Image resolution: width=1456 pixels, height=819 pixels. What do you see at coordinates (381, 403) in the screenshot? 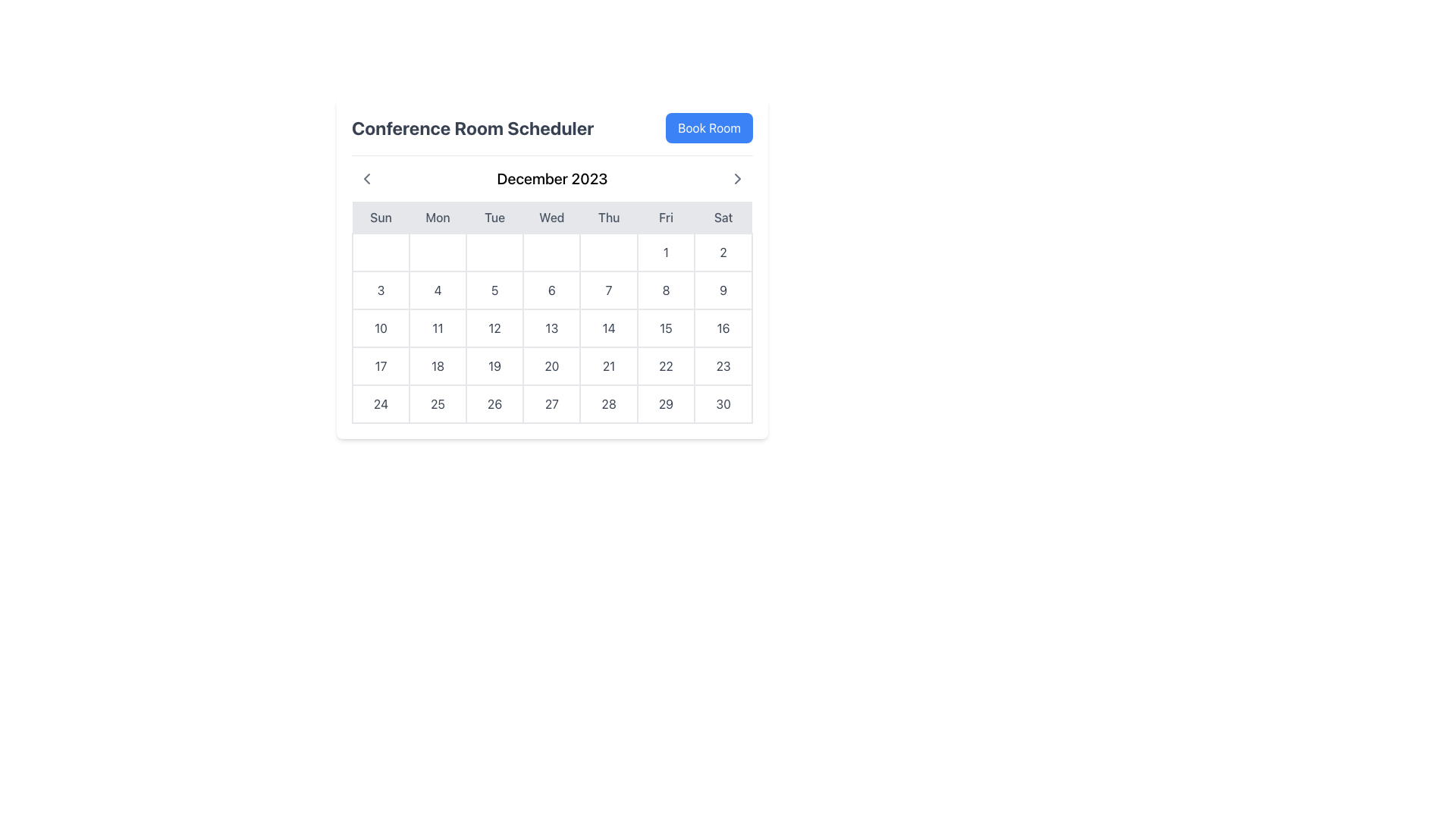
I see `the Calendar date box representing the date '24' located under the 'Sun' column in the weekly grid` at bounding box center [381, 403].